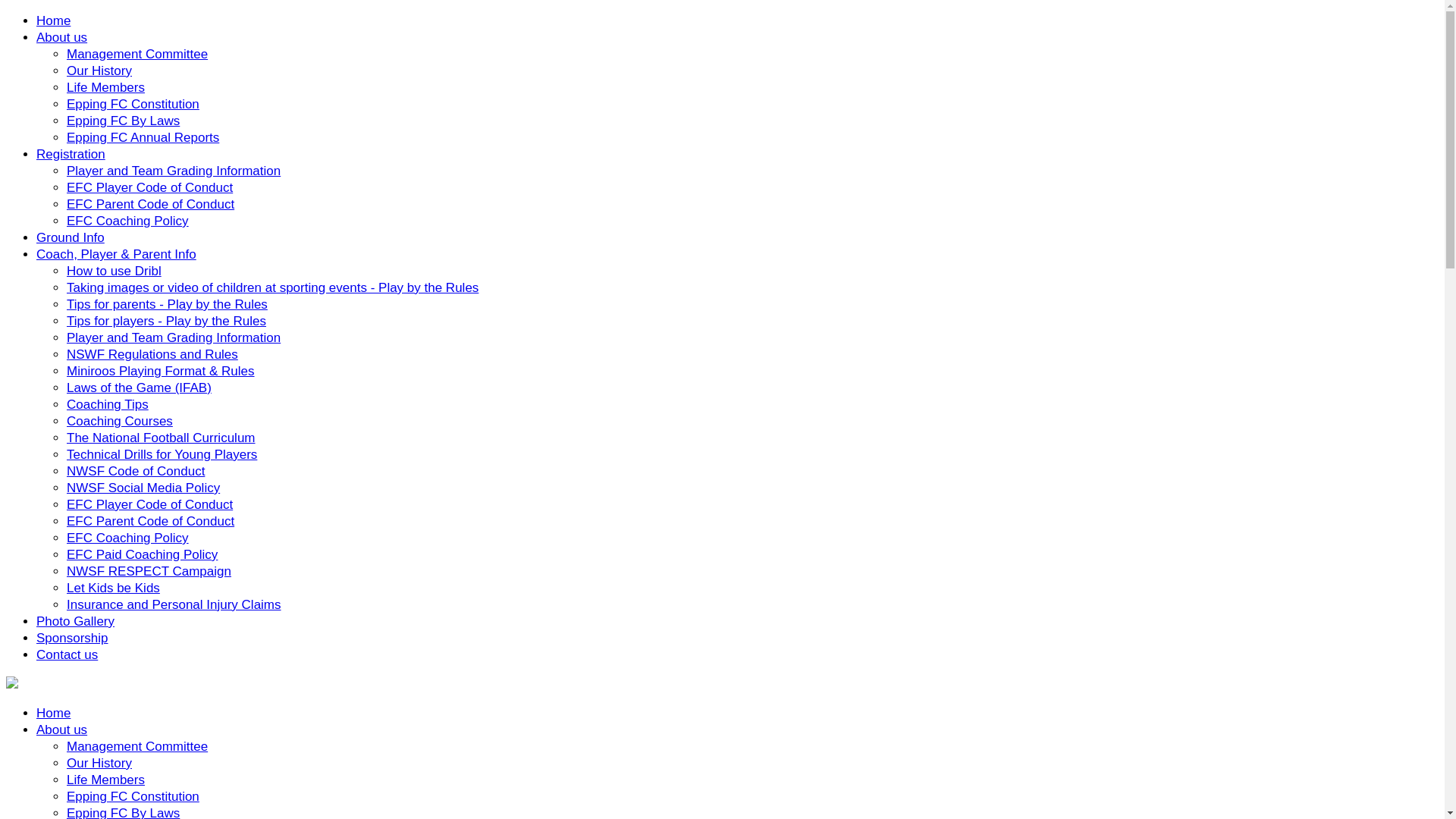 The width and height of the screenshot is (1456, 819). What do you see at coordinates (71, 638) in the screenshot?
I see `'Sponsorship'` at bounding box center [71, 638].